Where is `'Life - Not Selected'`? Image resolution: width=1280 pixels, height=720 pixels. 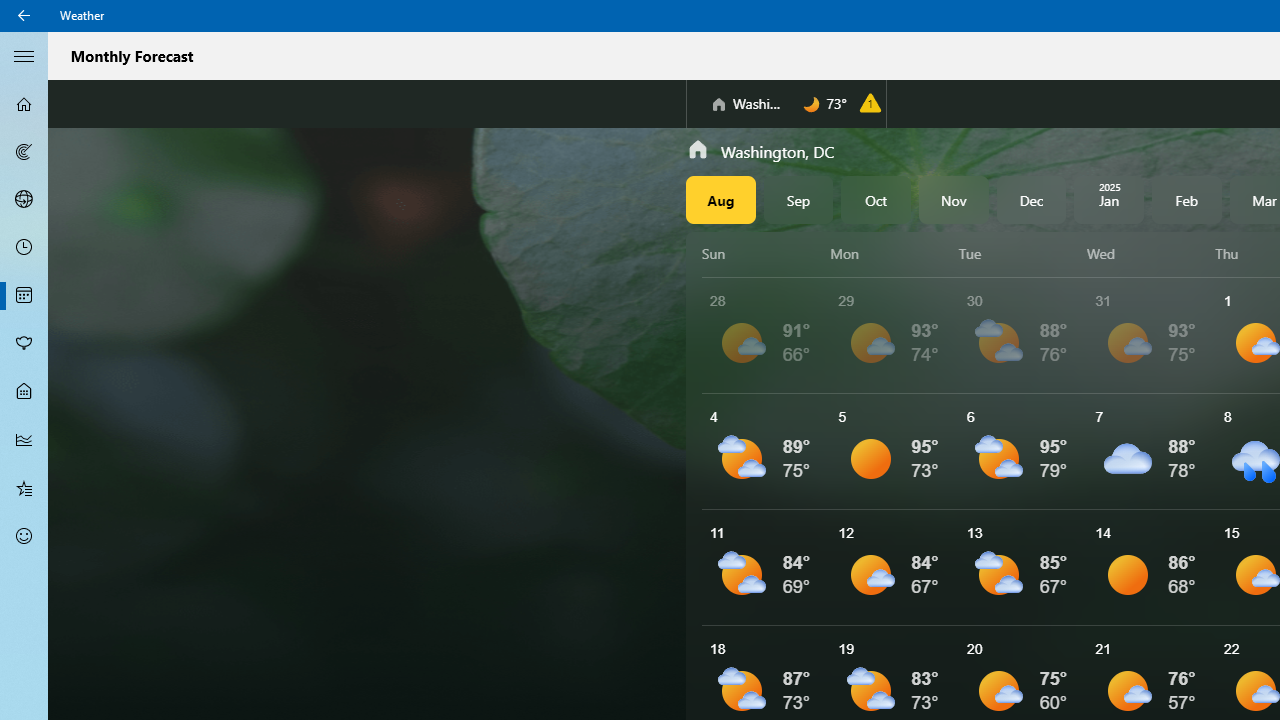 'Life - Not Selected' is located at coordinates (24, 392).